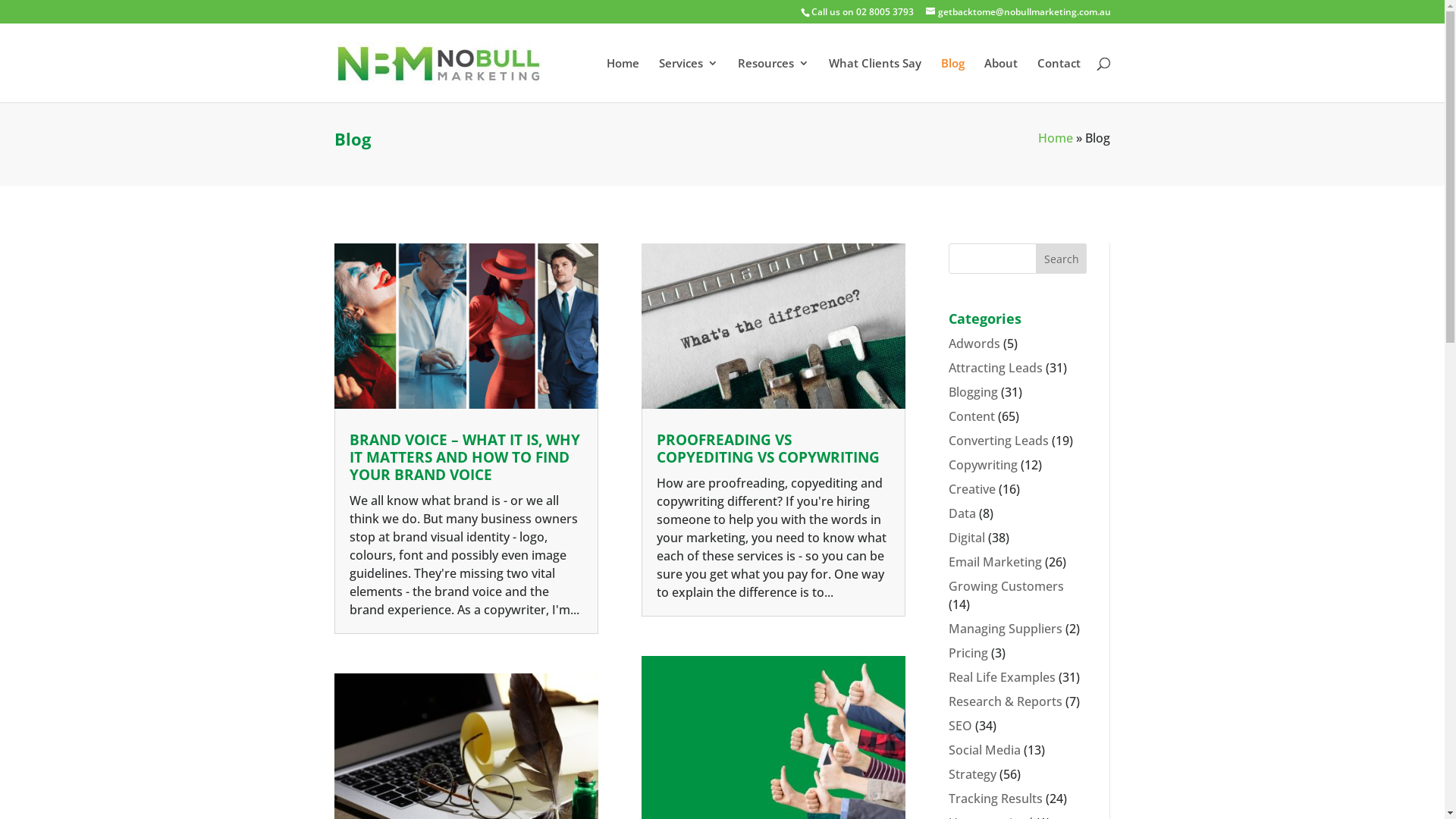 This screenshot has width=1456, height=819. Describe the element at coordinates (996, 368) in the screenshot. I see `'Attracting Leads'` at that location.